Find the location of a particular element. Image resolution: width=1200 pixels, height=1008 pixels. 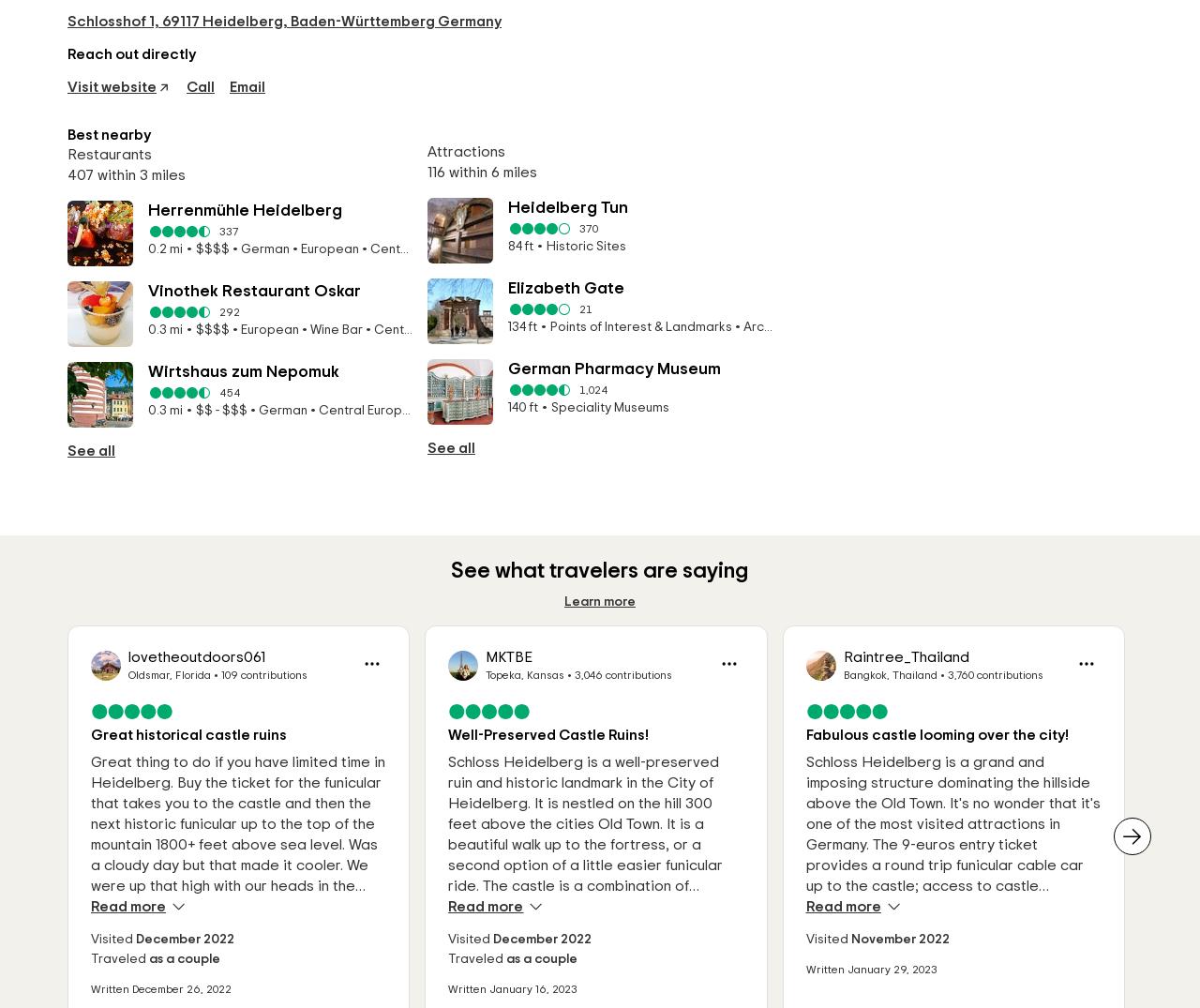

'$$ - $$$ • German • Central European • Vegetarian Friendly' is located at coordinates (277, 418).